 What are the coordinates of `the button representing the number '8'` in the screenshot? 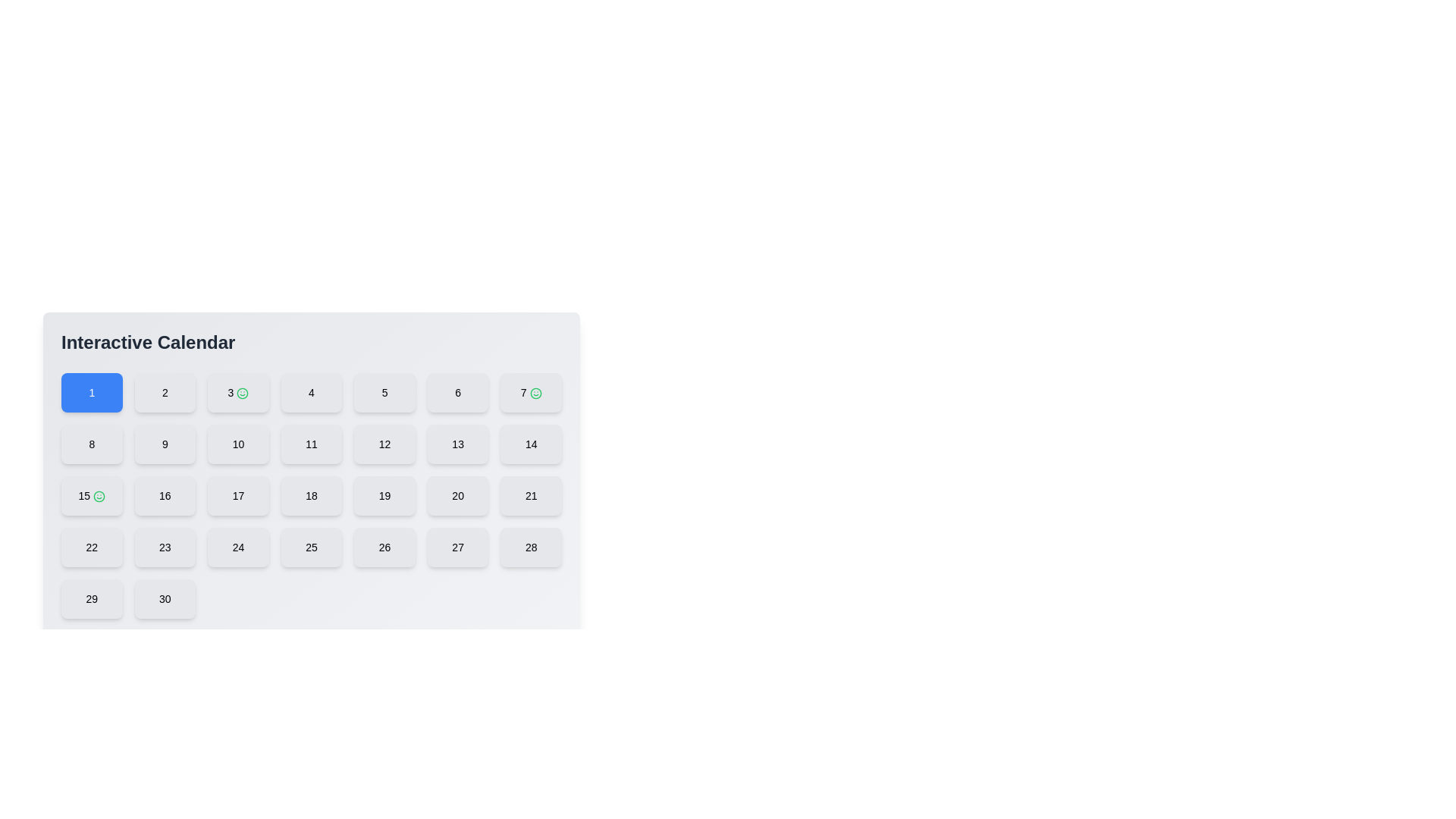 It's located at (91, 444).